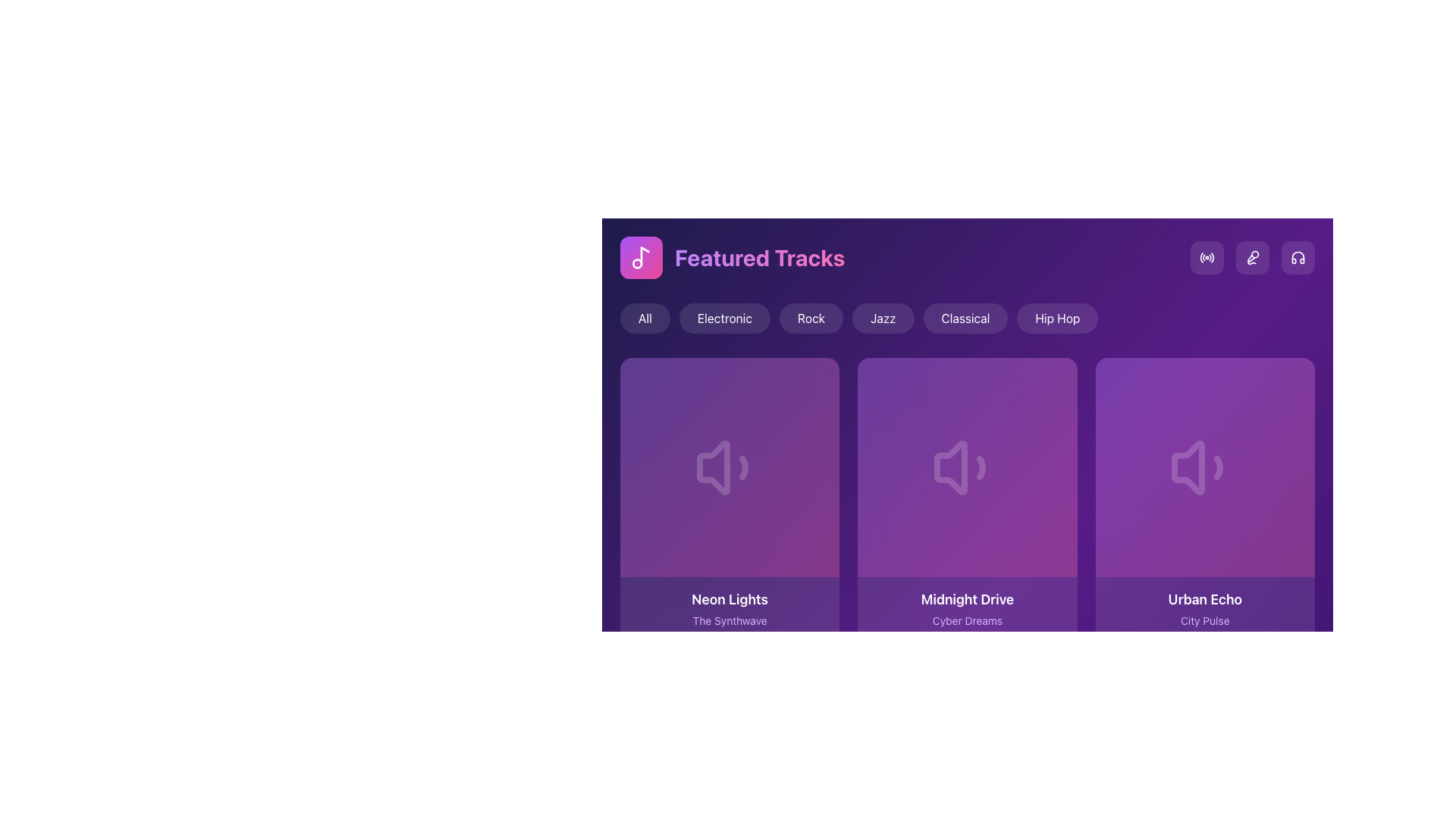  Describe the element at coordinates (883, 318) in the screenshot. I see `the fourth button in the category selector for the 'Jazz' tag` at that location.